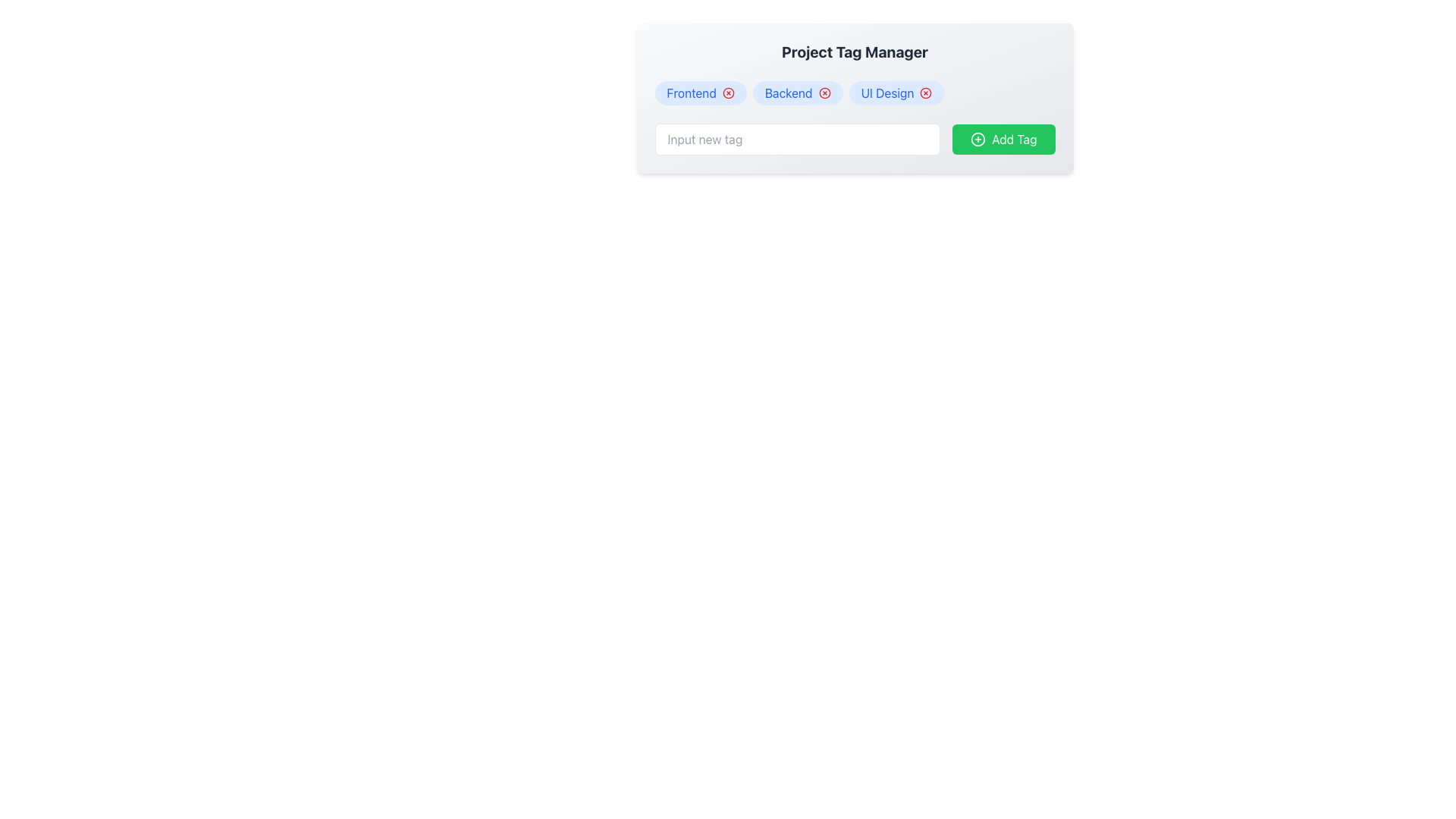 Image resolution: width=1456 pixels, height=819 pixels. What do you see at coordinates (728, 93) in the screenshot?
I see `the delete button icon for the 'Frontend' tag` at bounding box center [728, 93].